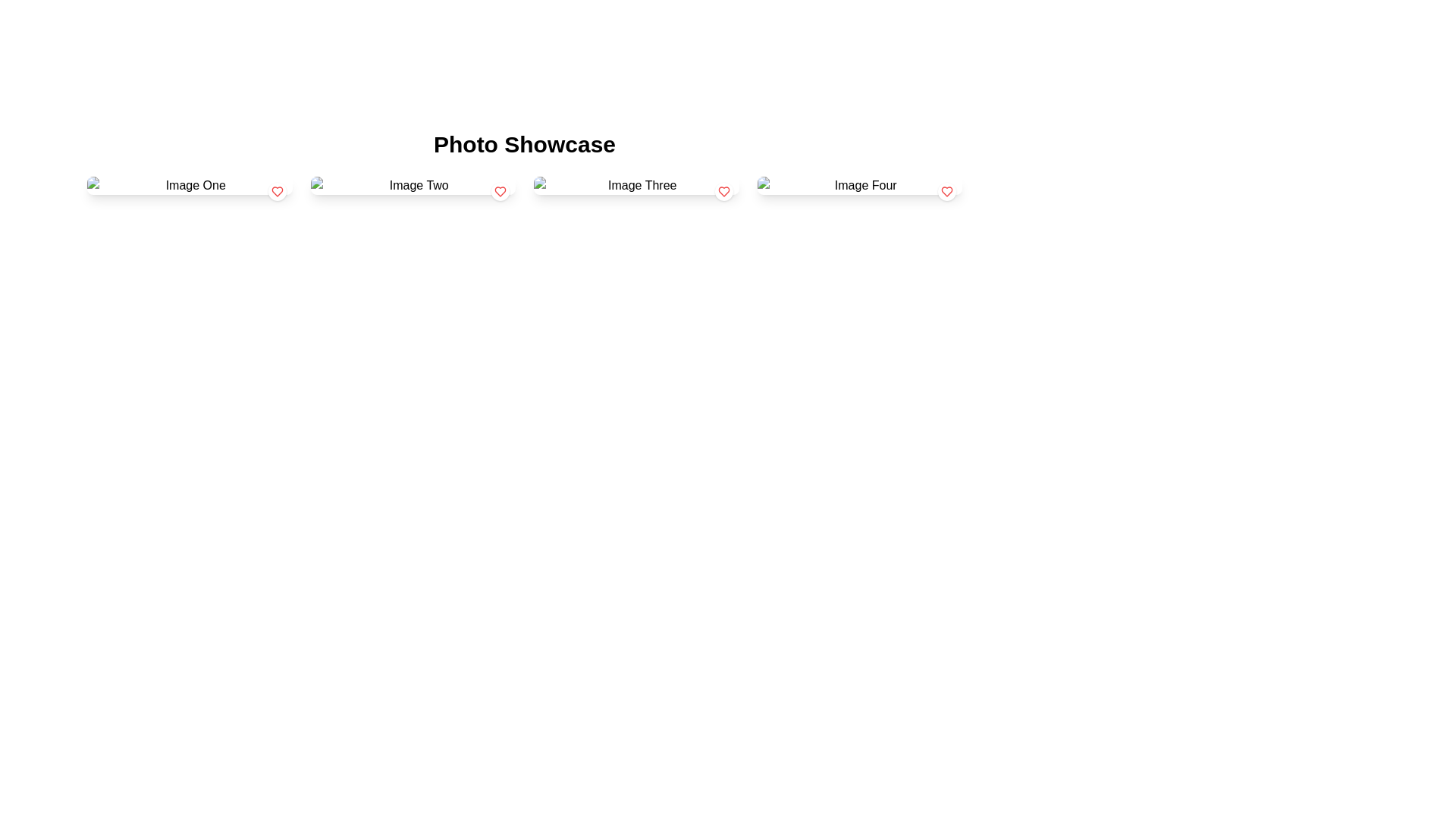  What do you see at coordinates (946, 191) in the screenshot?
I see `the heart-shaped icon with a red border located at the upper-right corner of the card labeled 'Image Four'` at bounding box center [946, 191].